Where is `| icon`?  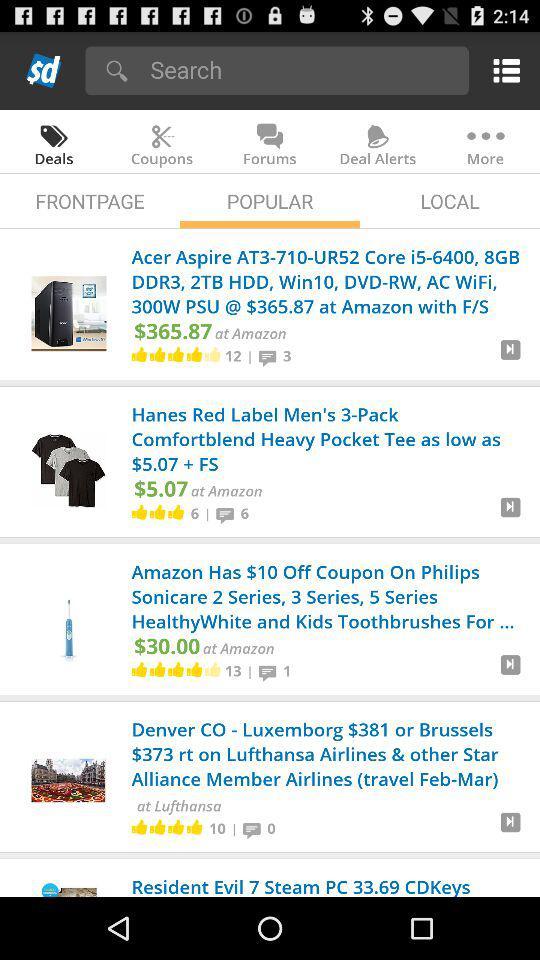 | icon is located at coordinates (233, 828).